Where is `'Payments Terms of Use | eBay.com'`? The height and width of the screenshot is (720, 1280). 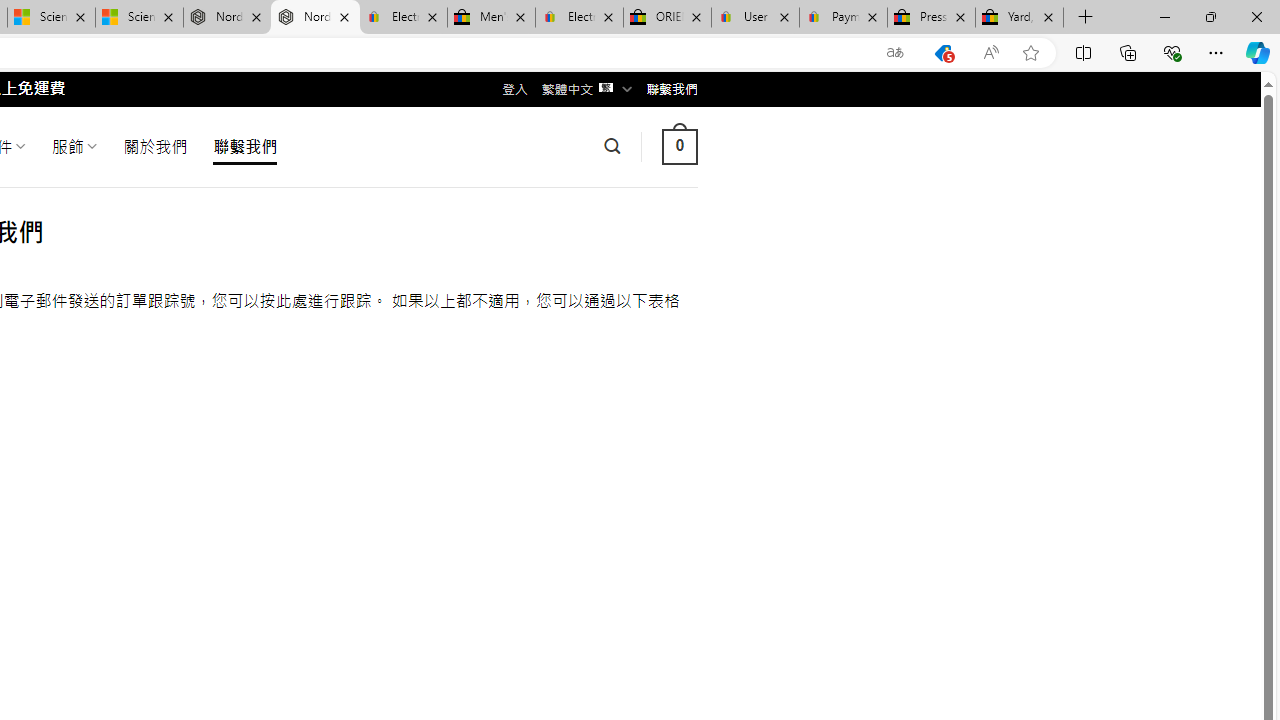 'Payments Terms of Use | eBay.com' is located at coordinates (843, 17).